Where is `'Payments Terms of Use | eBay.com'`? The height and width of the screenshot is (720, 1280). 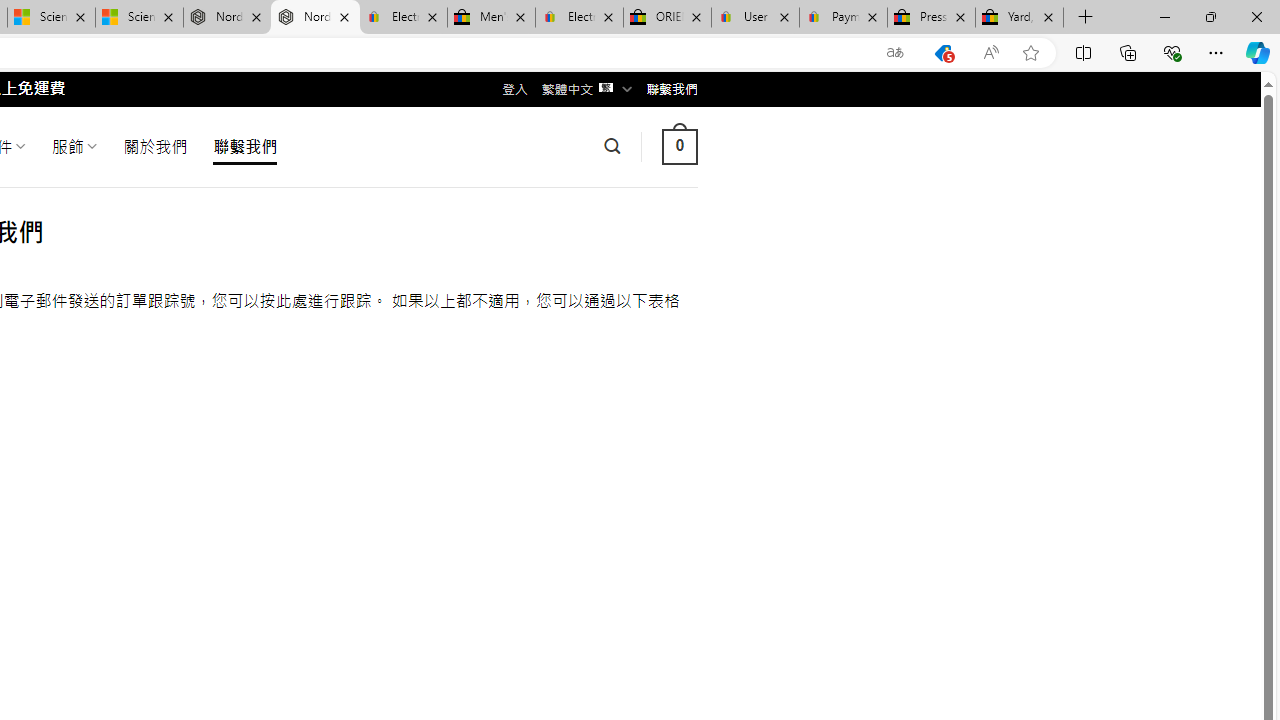 'Payments Terms of Use | eBay.com' is located at coordinates (843, 17).